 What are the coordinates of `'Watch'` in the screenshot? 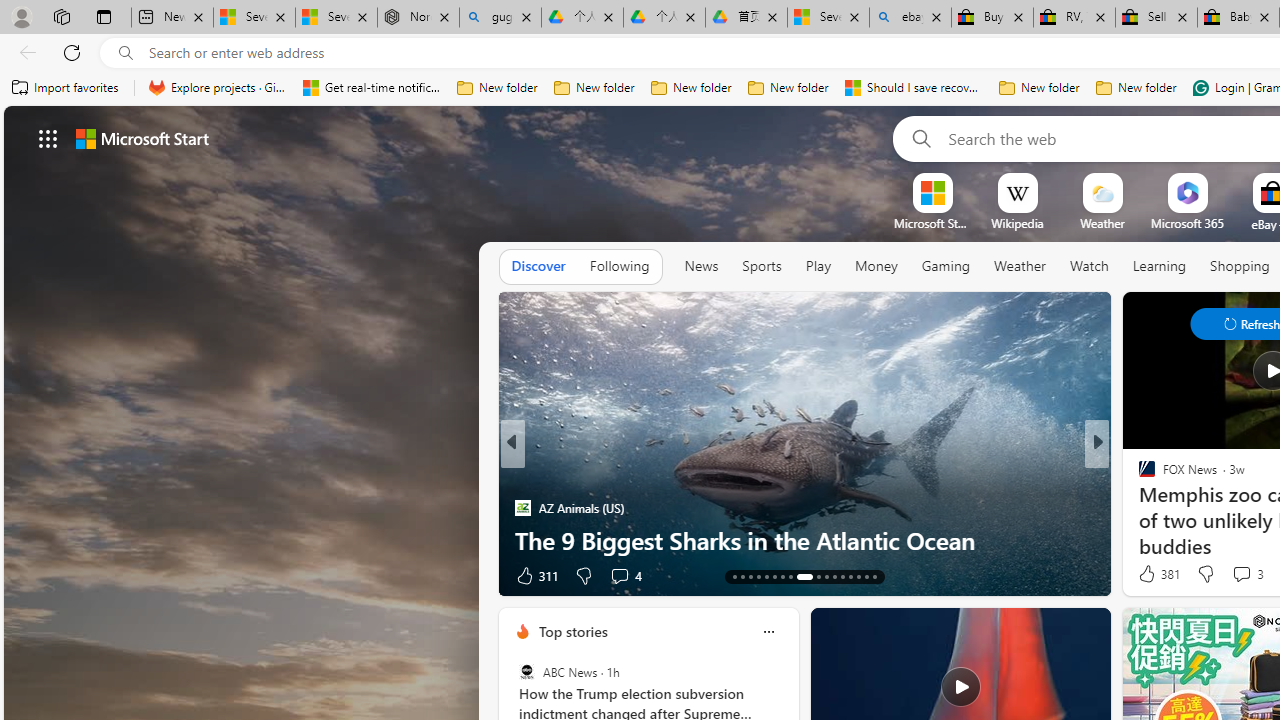 It's located at (1088, 265).